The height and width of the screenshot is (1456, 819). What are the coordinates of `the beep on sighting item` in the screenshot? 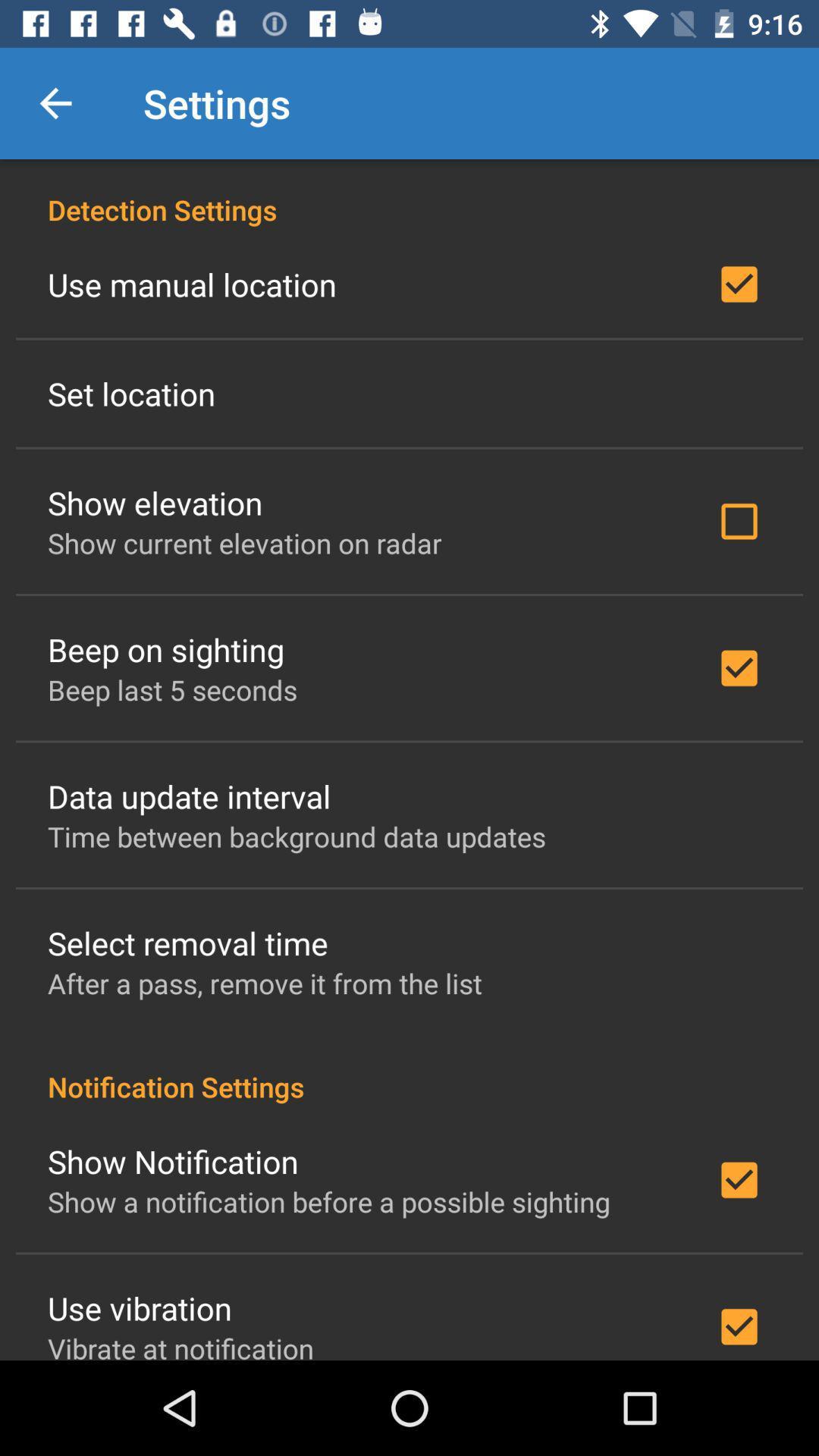 It's located at (166, 649).